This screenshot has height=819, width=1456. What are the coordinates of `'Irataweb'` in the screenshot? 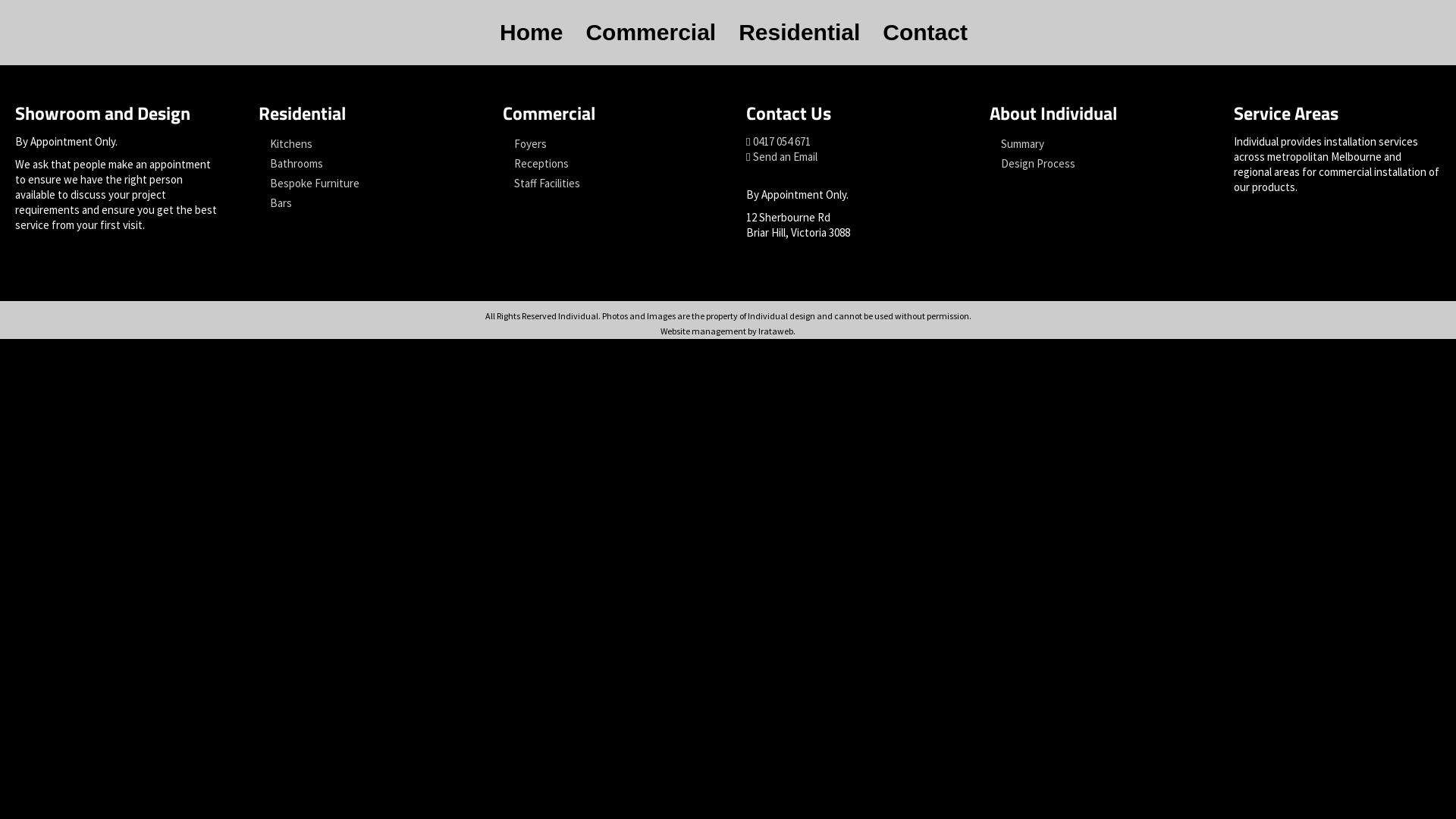 It's located at (775, 330).